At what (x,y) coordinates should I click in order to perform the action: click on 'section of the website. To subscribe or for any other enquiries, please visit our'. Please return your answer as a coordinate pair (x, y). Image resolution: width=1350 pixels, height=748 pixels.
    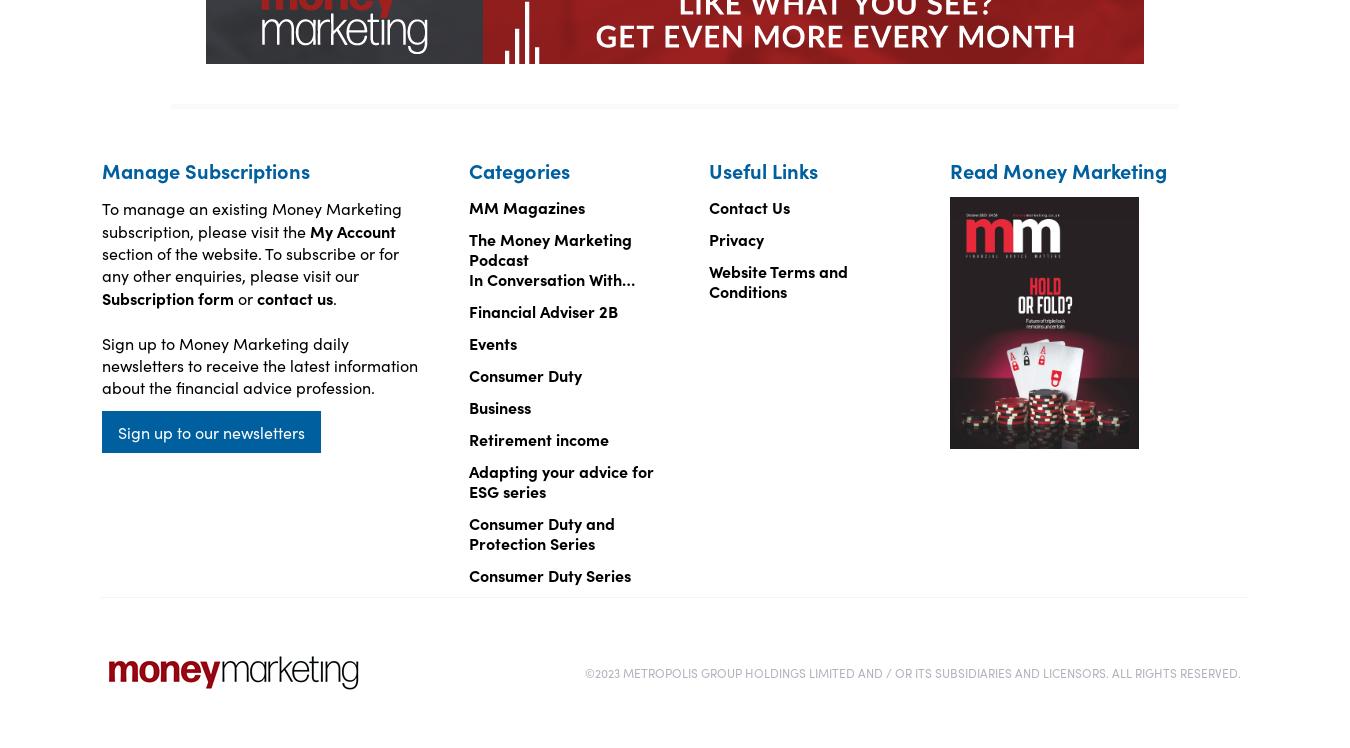
    Looking at the image, I should click on (248, 262).